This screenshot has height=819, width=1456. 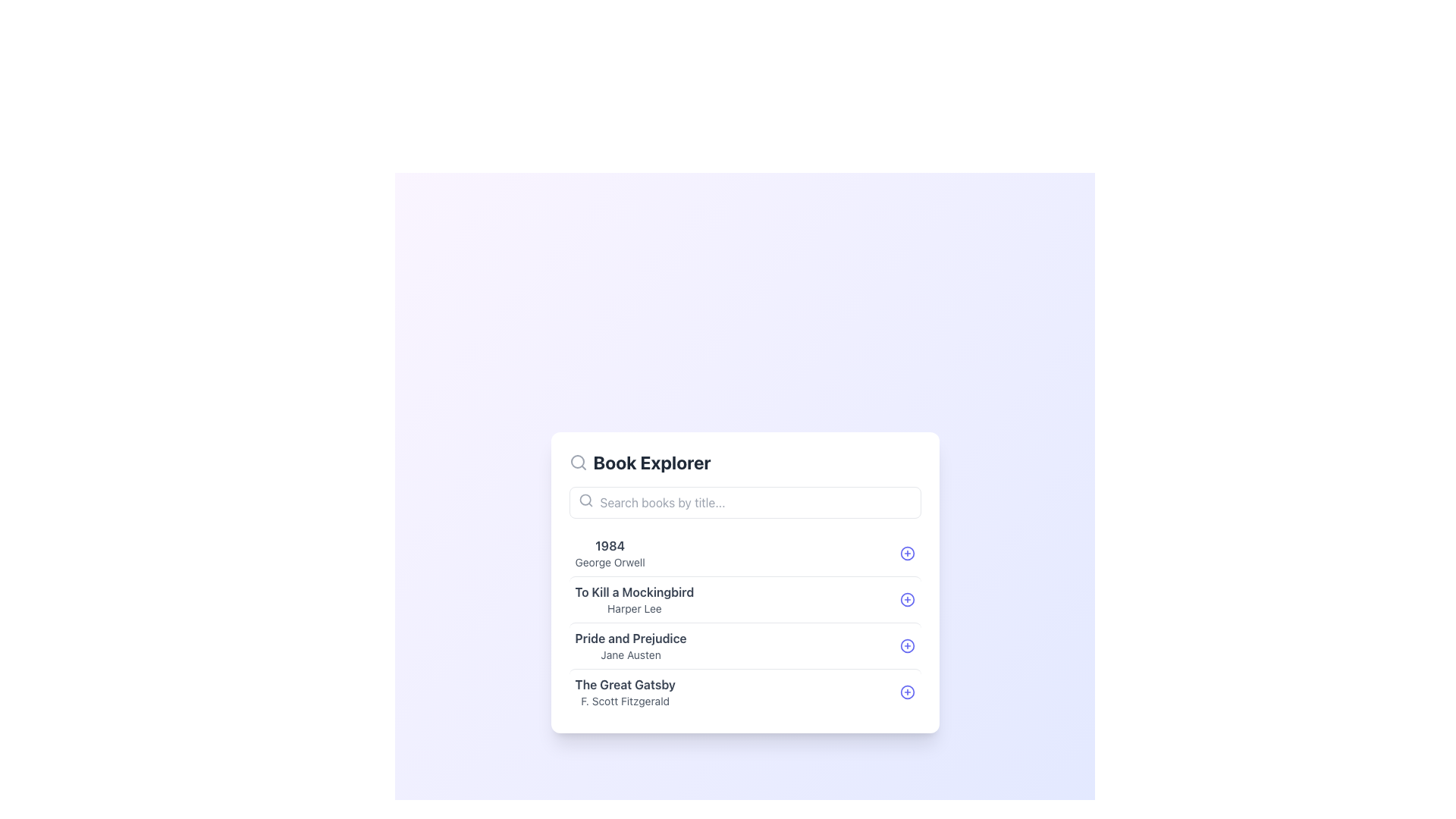 What do you see at coordinates (634, 591) in the screenshot?
I see `the text label displaying the title 'To Kill a Mockingbird' which is bold and dark gray, located in the central list of the 'Book Explorer' section, above the author's name 'Harper Lee'` at bounding box center [634, 591].